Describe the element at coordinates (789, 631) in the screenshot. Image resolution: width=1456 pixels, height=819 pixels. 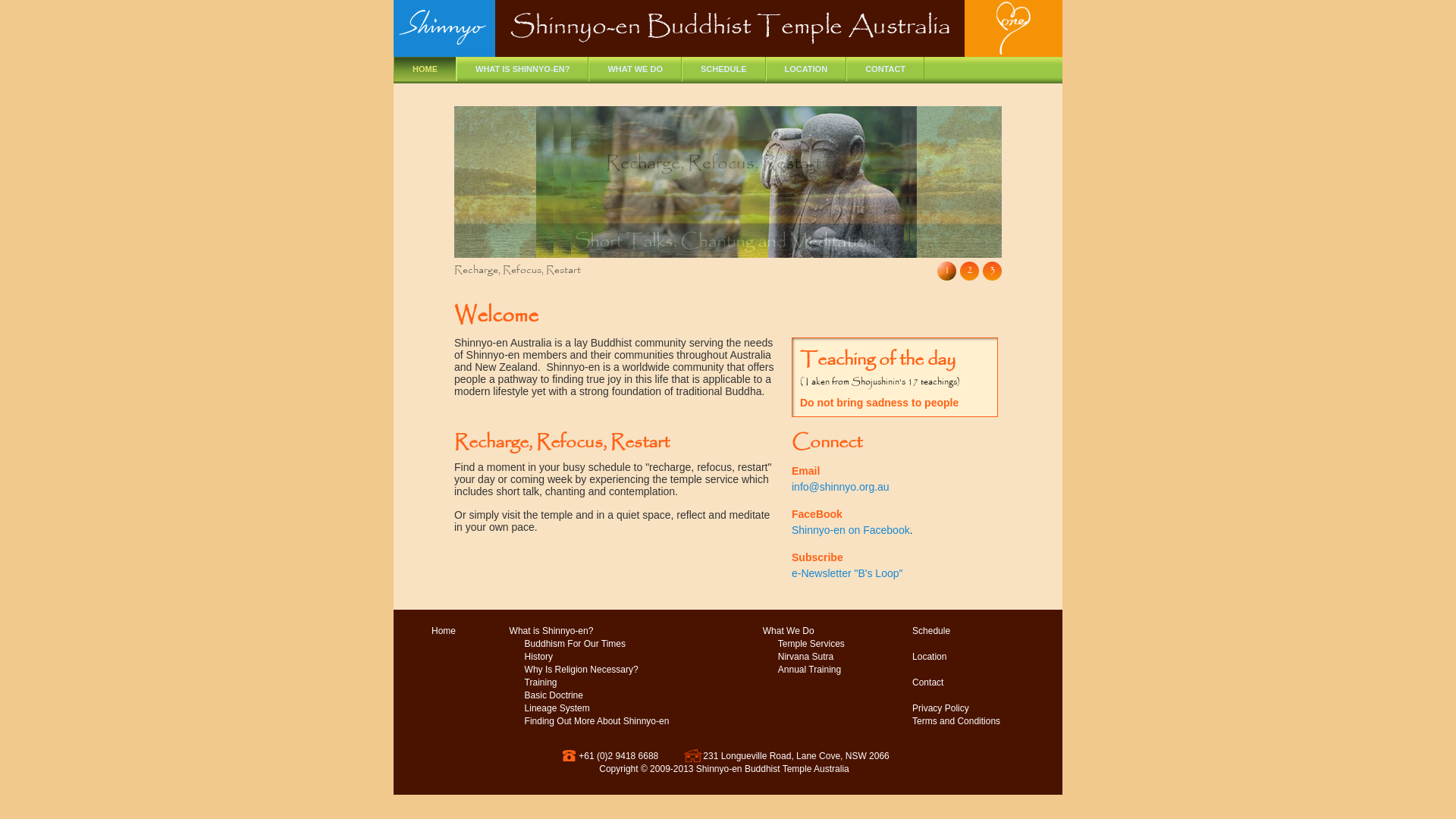
I see `'What We Do'` at that location.